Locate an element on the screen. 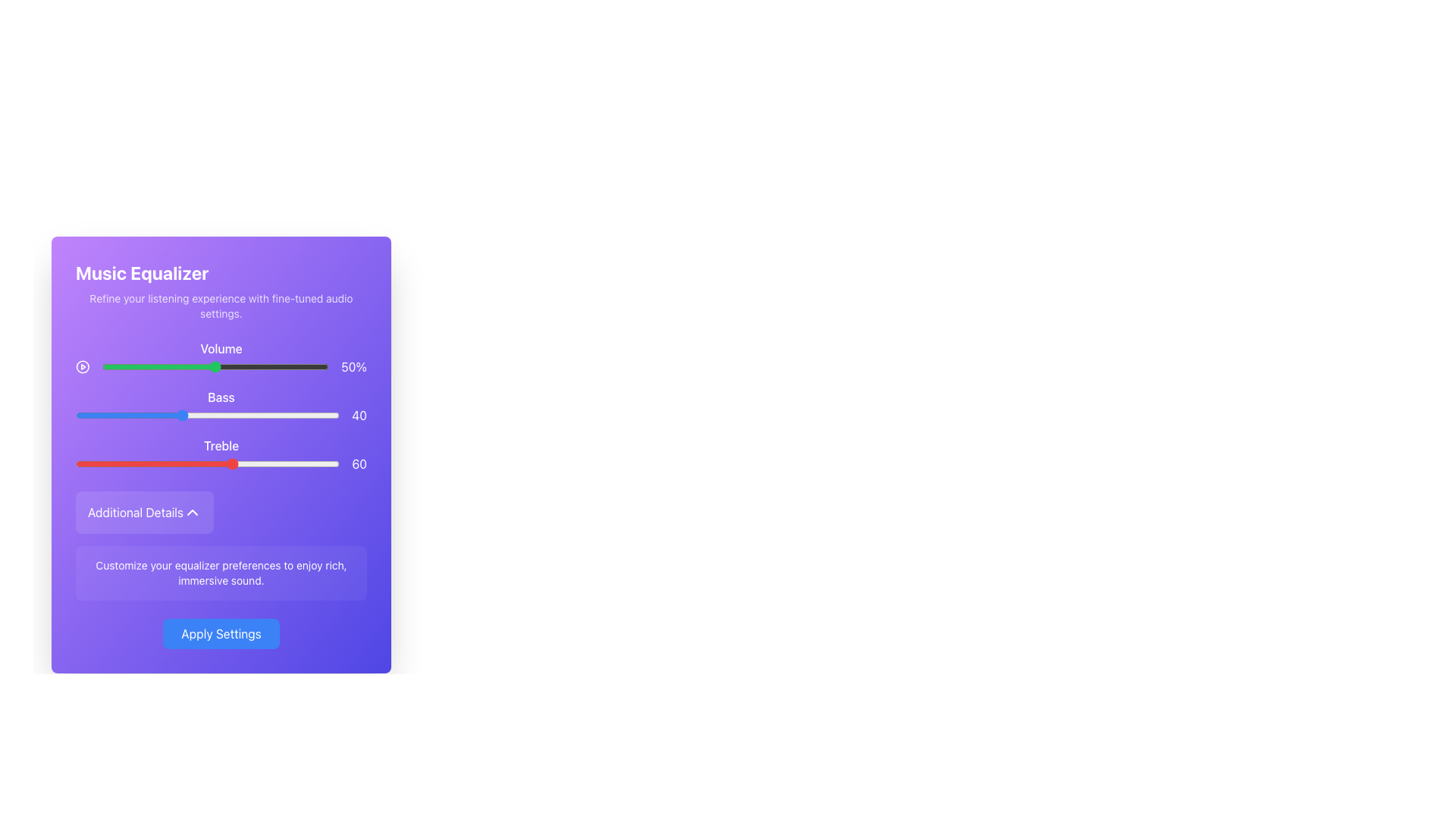  the Text Label that provides descriptive information about the audio settings, located below the 'Music Equalizer' title and centered within the purple gradient card is located at coordinates (221, 306).